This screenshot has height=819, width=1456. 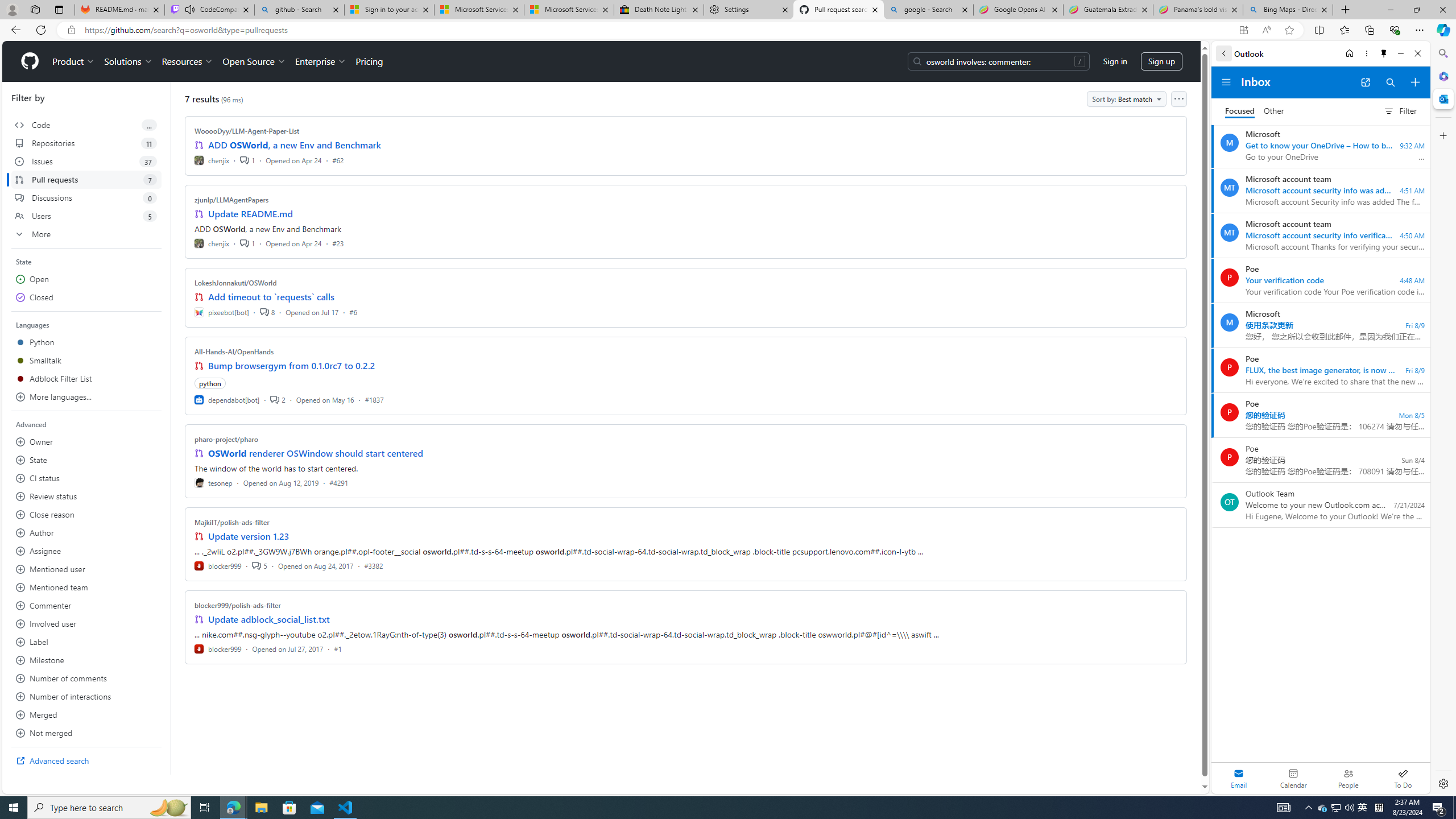 I want to click on 'People', so click(x=1347, y=777).